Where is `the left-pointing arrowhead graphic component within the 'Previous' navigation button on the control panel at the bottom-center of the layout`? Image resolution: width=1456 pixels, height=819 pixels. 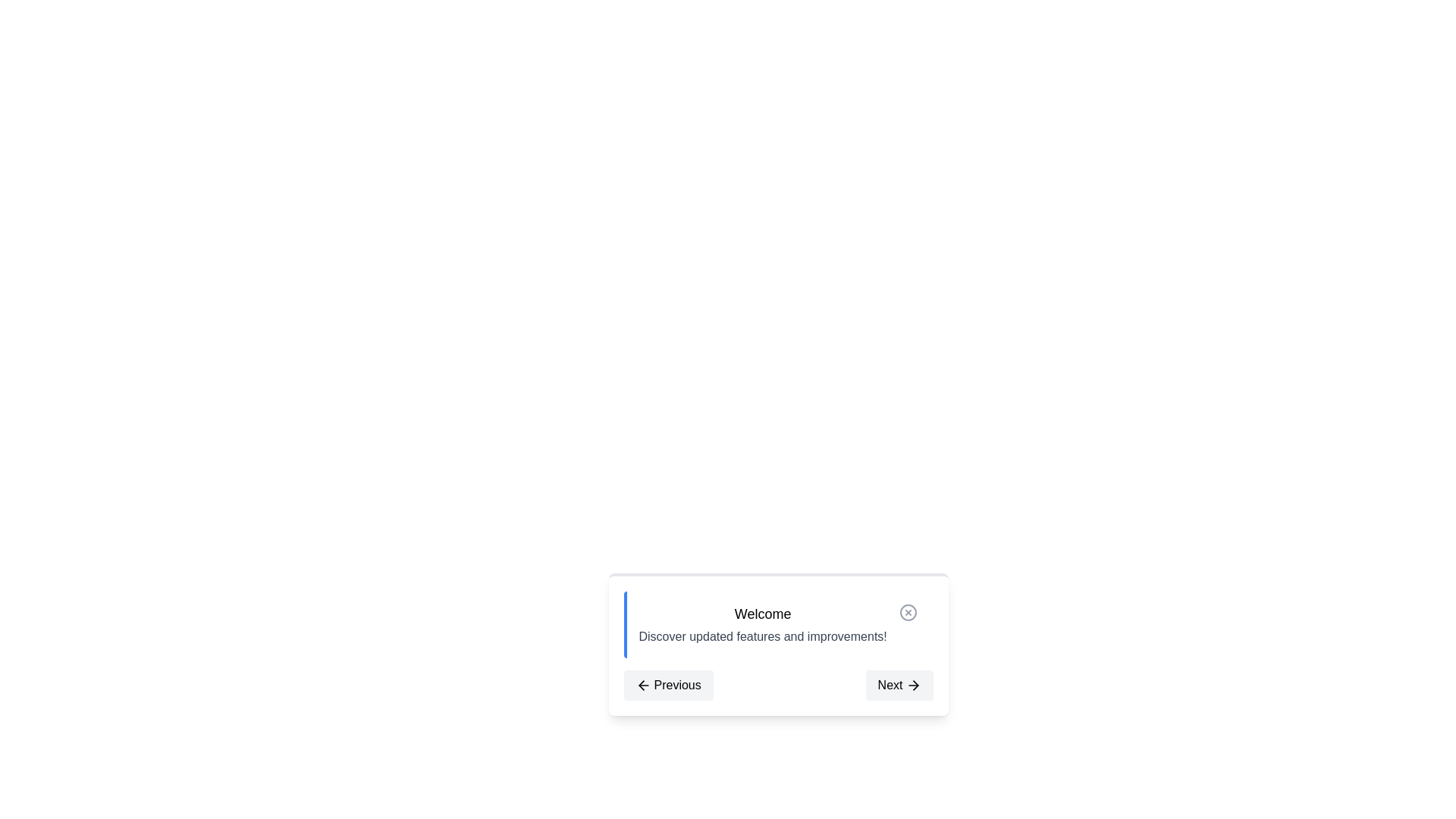
the left-pointing arrowhead graphic component within the 'Previous' navigation button on the control panel at the bottom-center of the layout is located at coordinates (641, 685).